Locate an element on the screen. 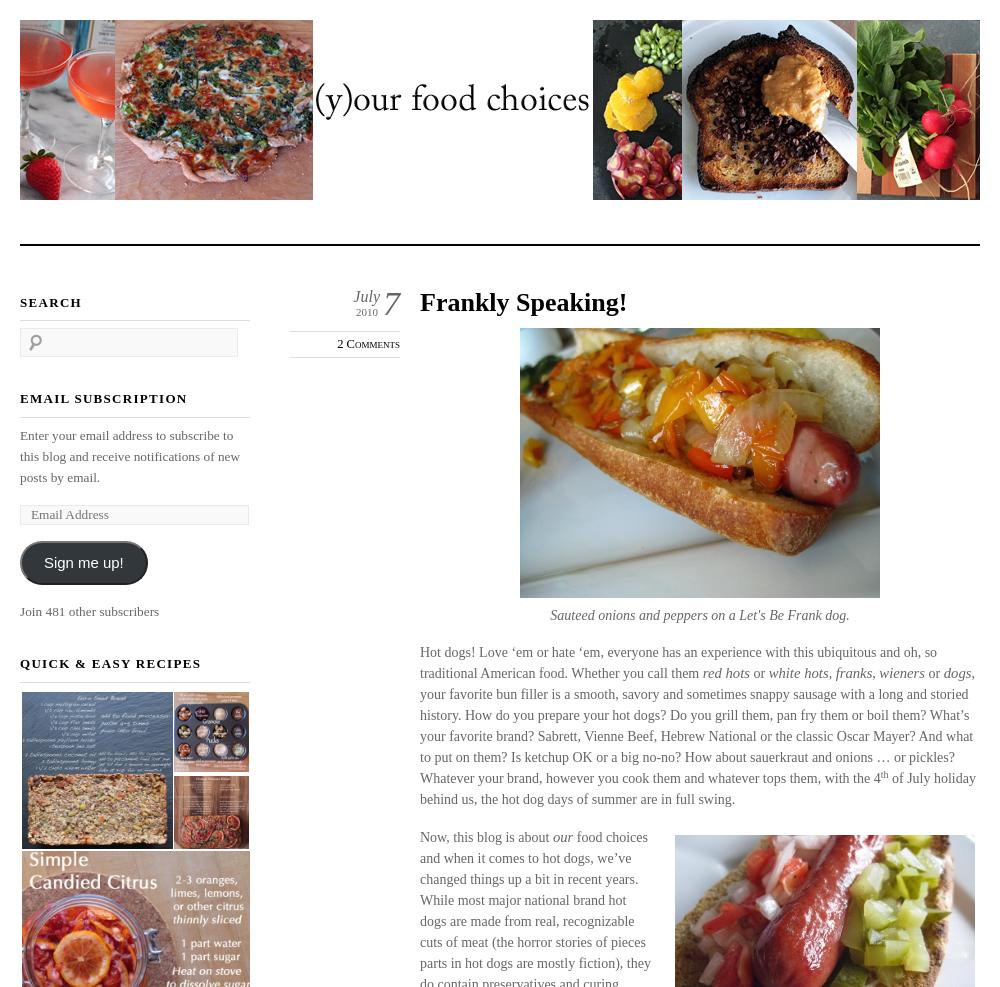  'Hot dogs! Love ‘em or hate ‘em, everyone has an experience with this ubiquitous and oh, so traditional American food. Whether you call them' is located at coordinates (678, 661).